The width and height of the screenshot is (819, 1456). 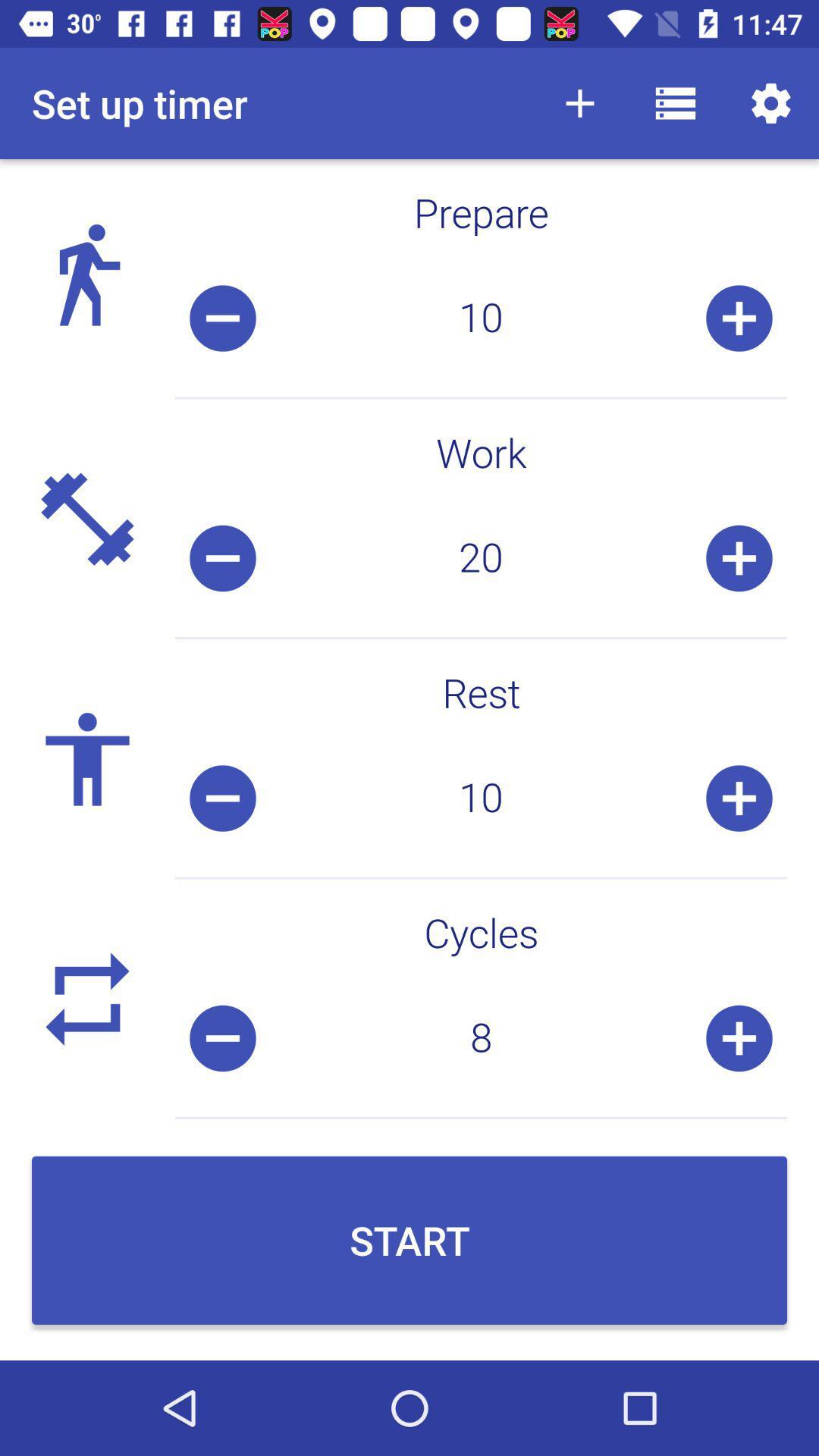 What do you see at coordinates (579, 102) in the screenshot?
I see `item to the right of the set up timer` at bounding box center [579, 102].